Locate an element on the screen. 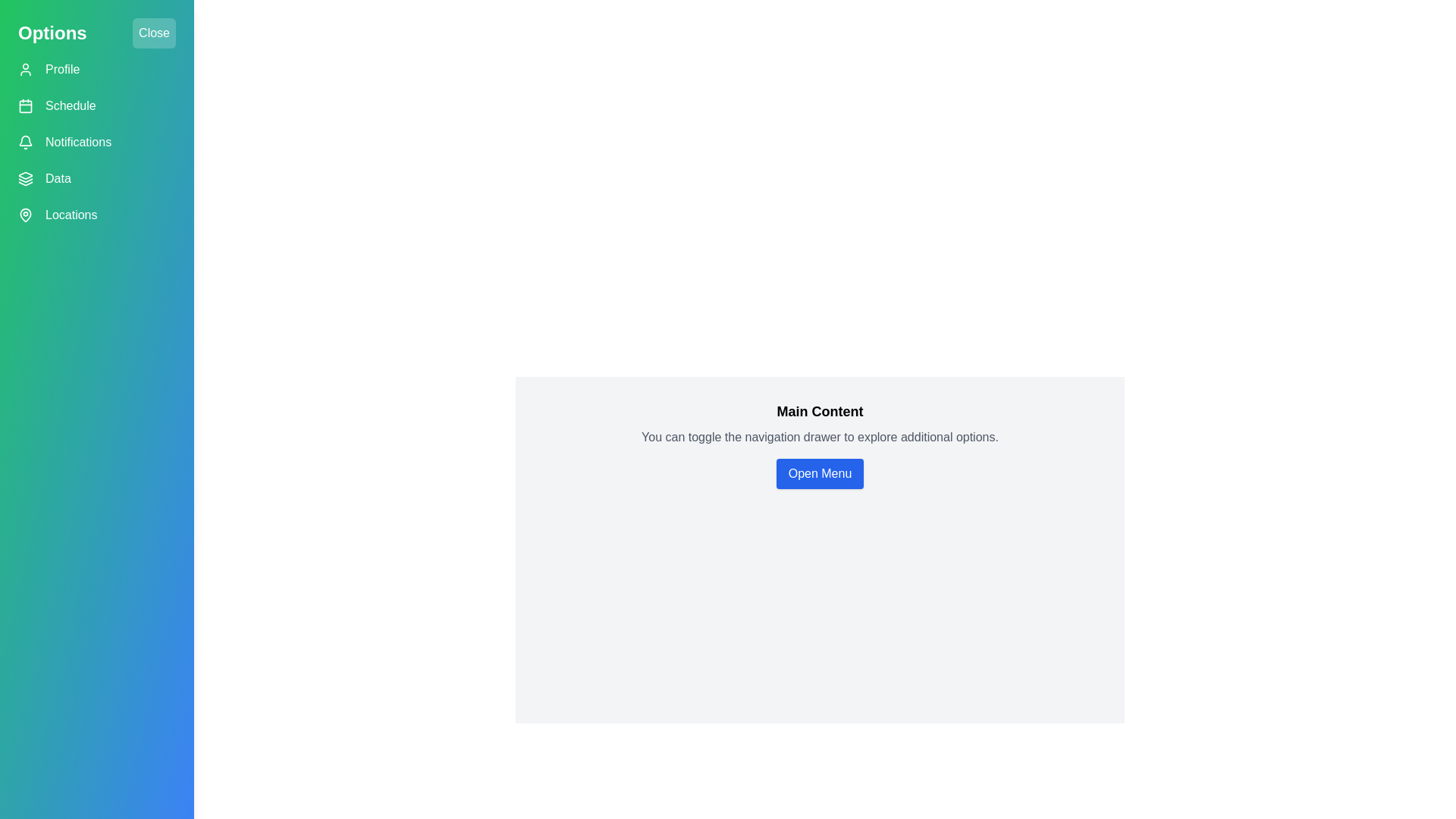 The image size is (1456, 819). the Locations button in the navigation menu is located at coordinates (96, 215).